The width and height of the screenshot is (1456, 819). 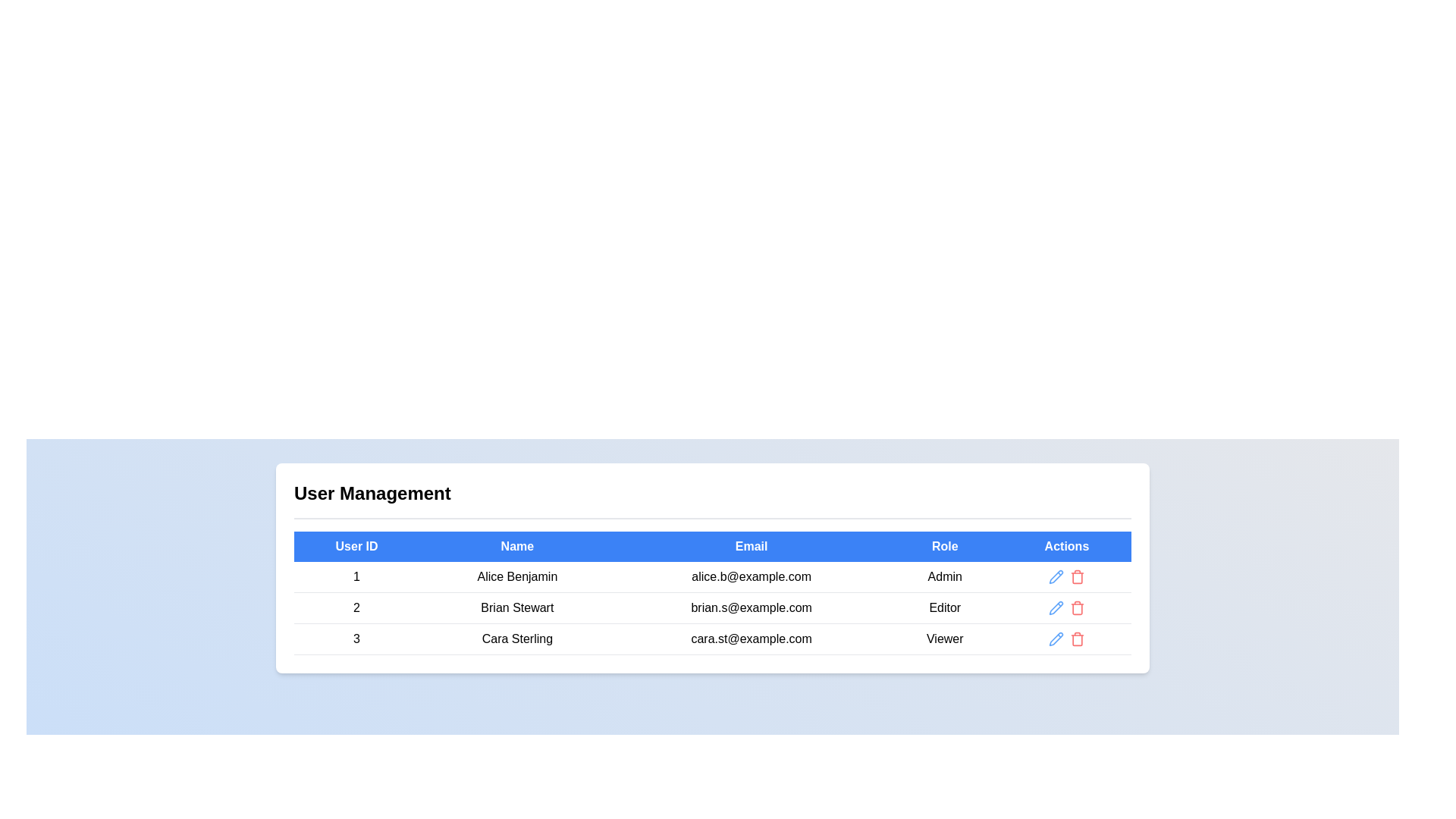 What do you see at coordinates (712, 576) in the screenshot?
I see `the first row in the User Management table, which contains user ID 1, name Alice Benjamin, email alice.b@example.com, and role Admin` at bounding box center [712, 576].